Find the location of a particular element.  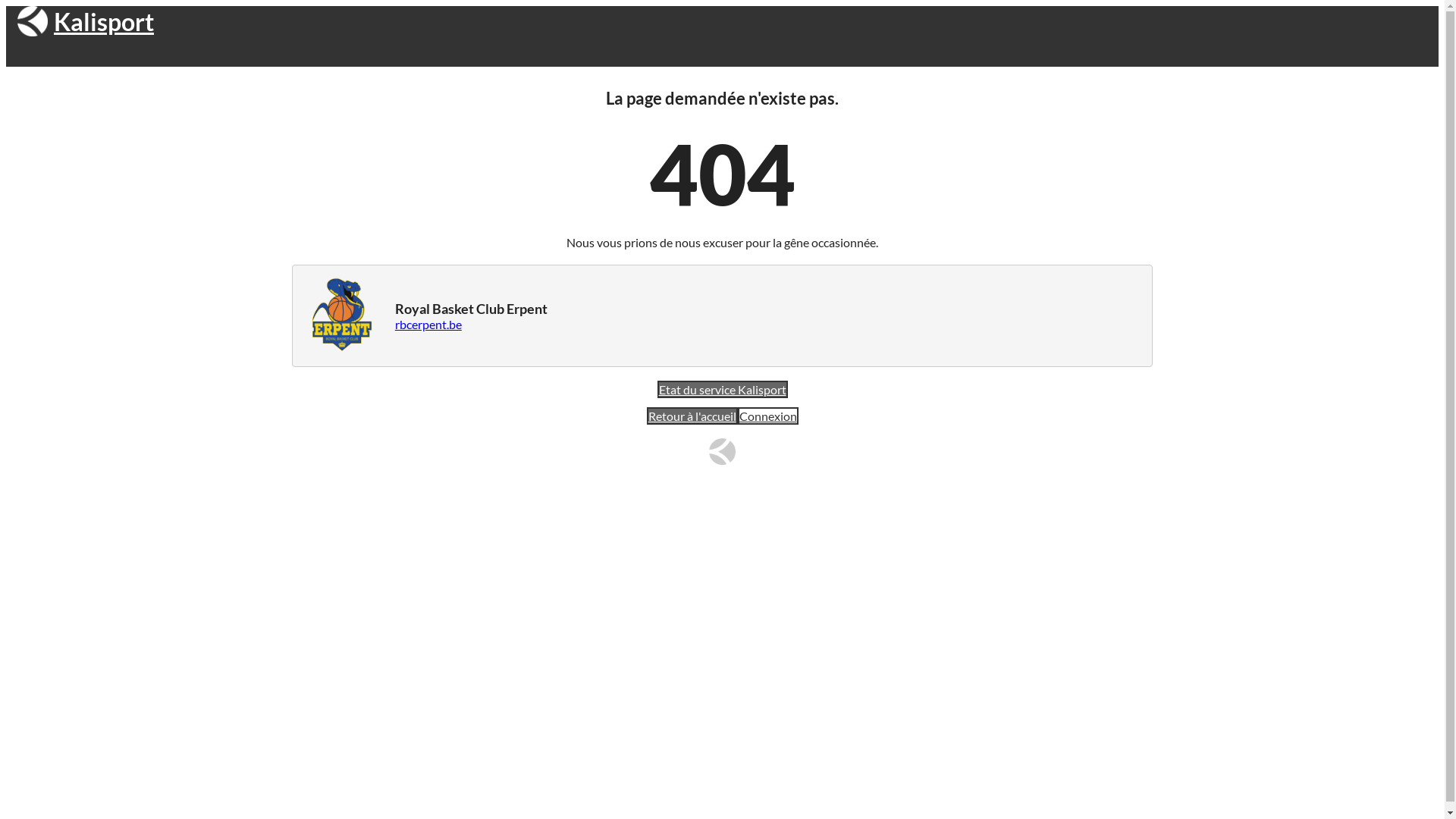

'rbcerpent.be' is located at coordinates (428, 323).